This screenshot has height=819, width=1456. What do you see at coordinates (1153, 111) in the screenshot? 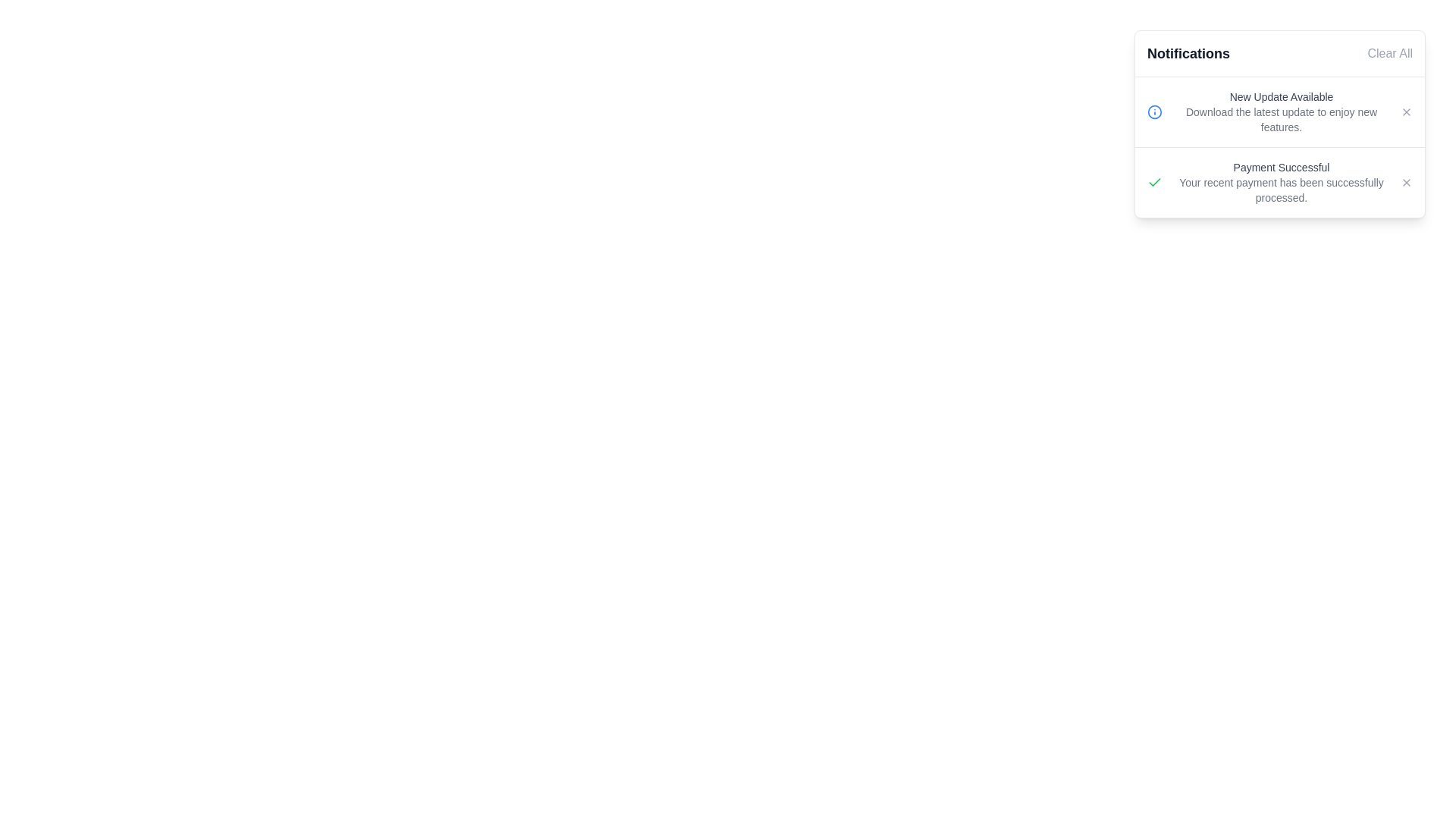
I see `the circle in the SVG icon representing the information symbol located in the leftmost segment of the top notification entry within the notification panel` at bounding box center [1153, 111].